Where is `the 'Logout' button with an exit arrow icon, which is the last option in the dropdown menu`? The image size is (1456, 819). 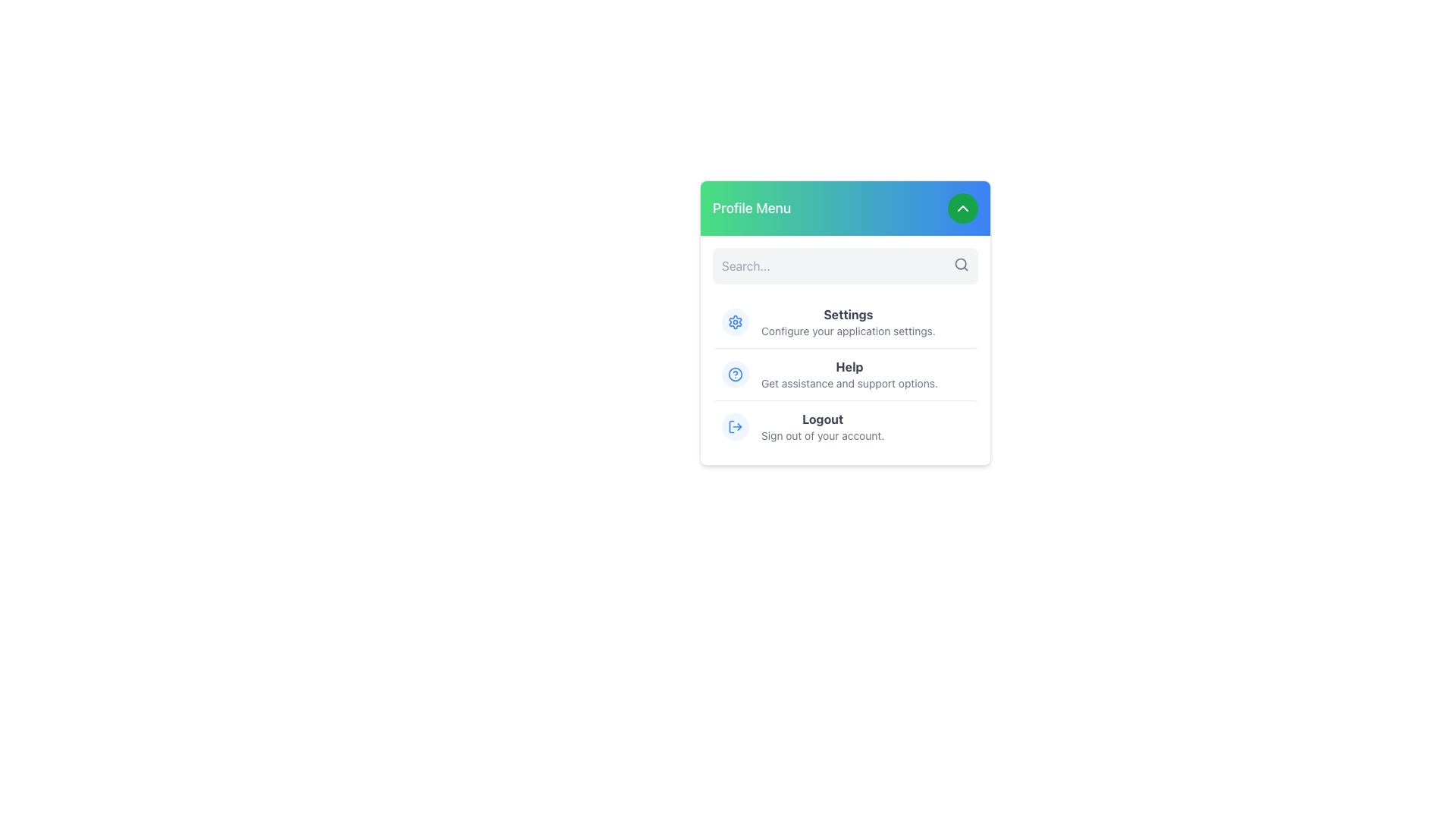
the 'Logout' button with an exit arrow icon, which is the last option in the dropdown menu is located at coordinates (844, 426).